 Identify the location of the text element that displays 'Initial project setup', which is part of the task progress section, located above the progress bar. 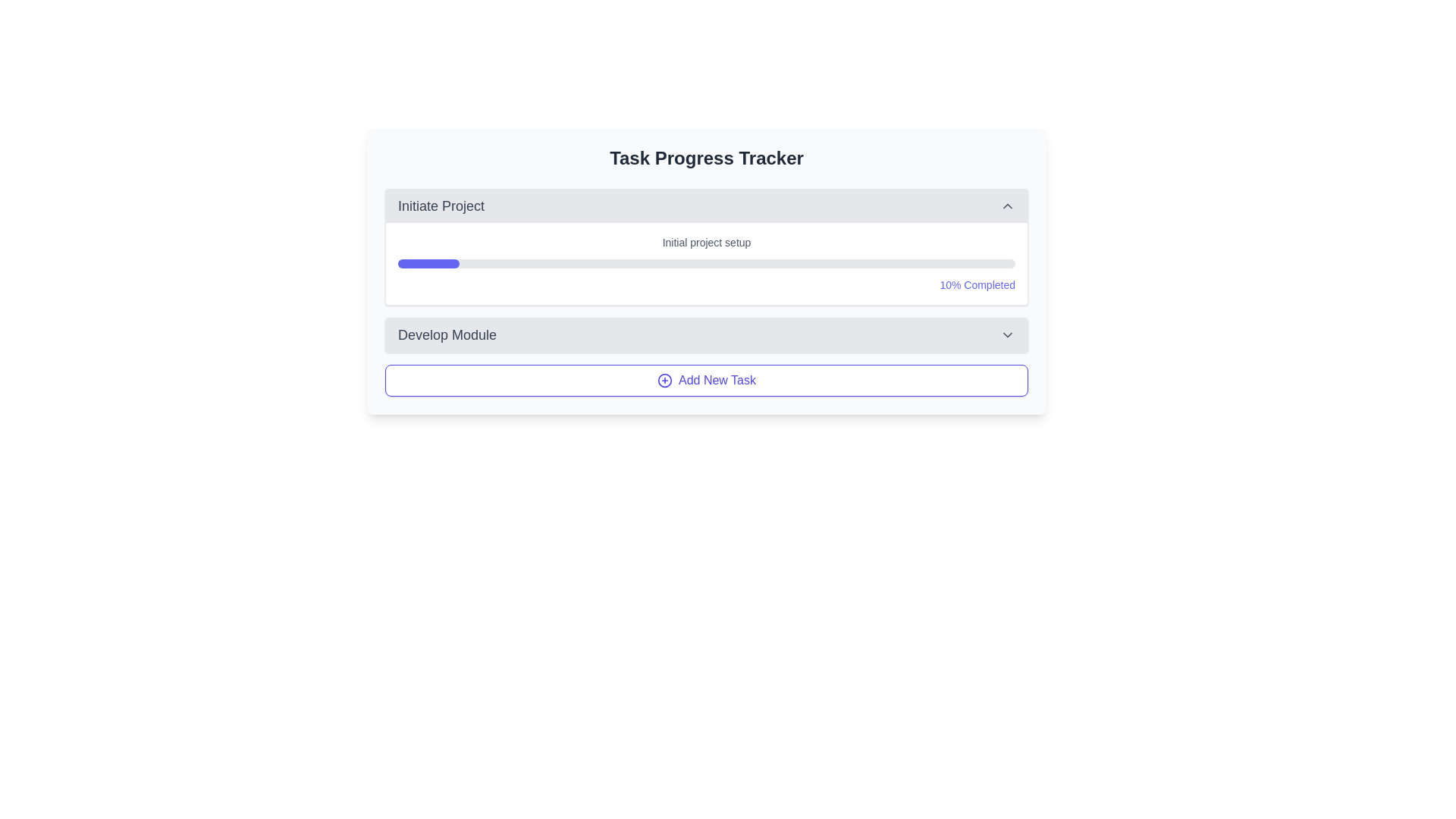
(705, 242).